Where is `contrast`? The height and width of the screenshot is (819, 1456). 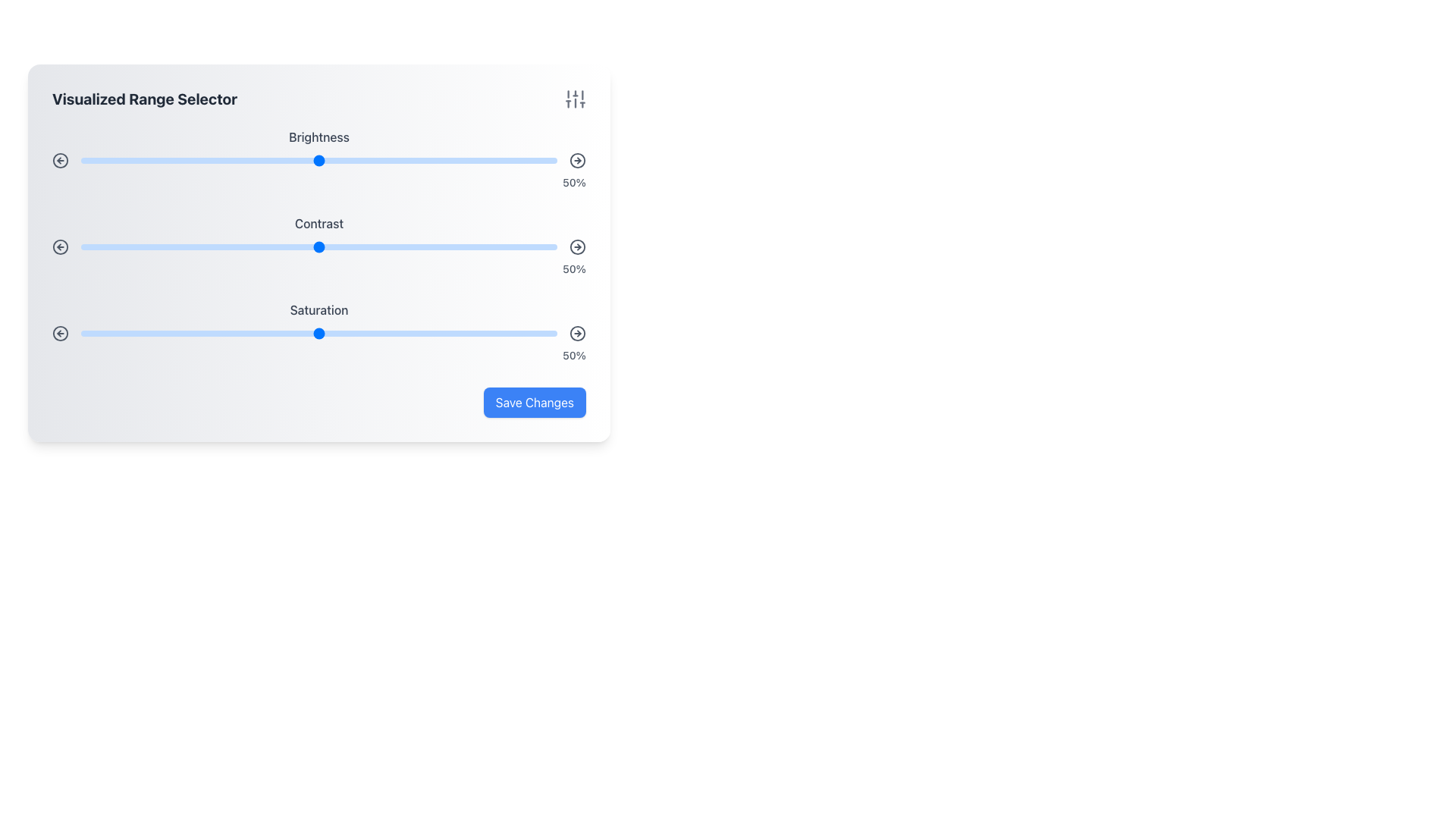
contrast is located at coordinates (414, 246).